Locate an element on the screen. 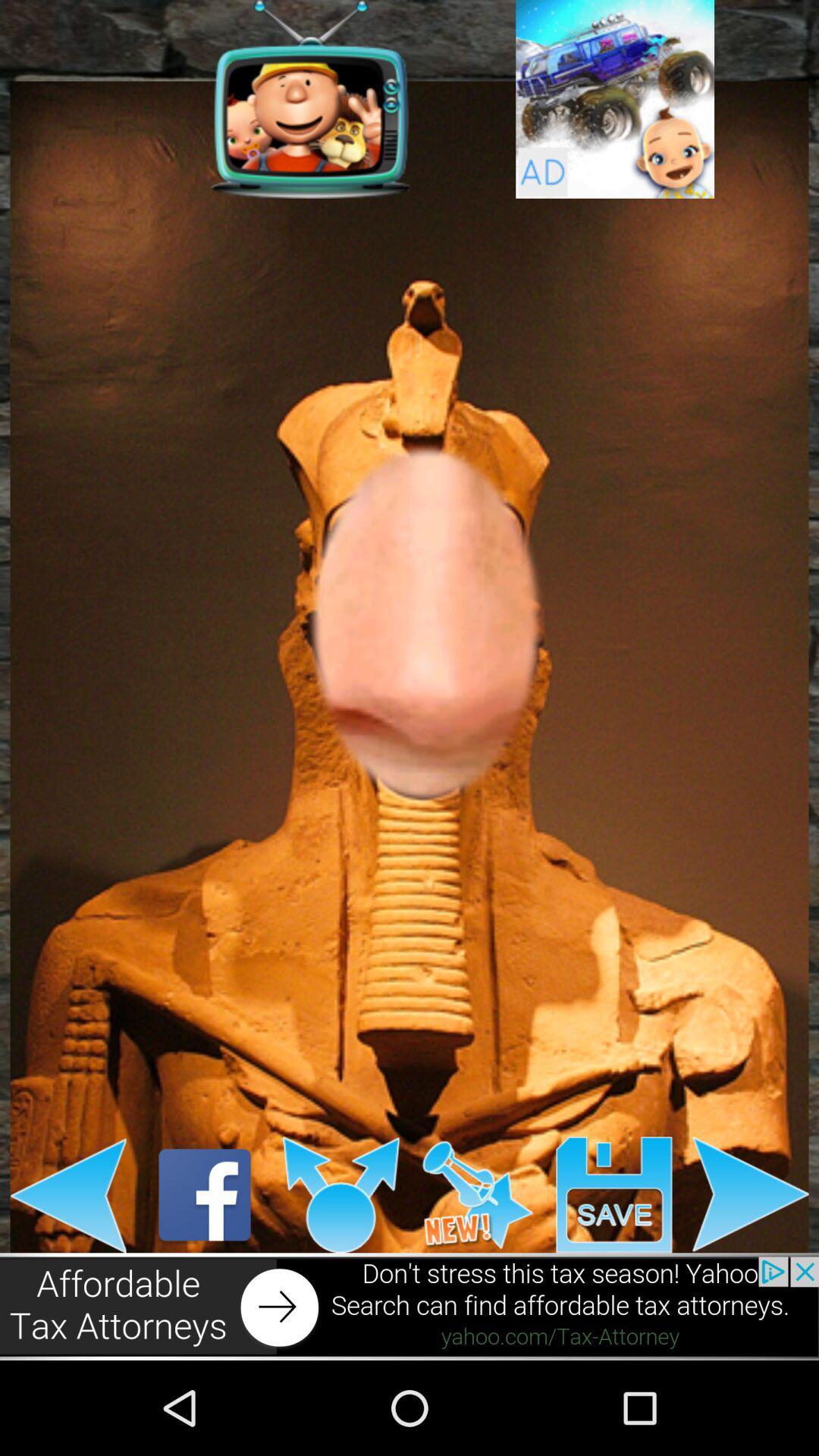 The width and height of the screenshot is (819, 1456). the facebook icon is located at coordinates (205, 1278).